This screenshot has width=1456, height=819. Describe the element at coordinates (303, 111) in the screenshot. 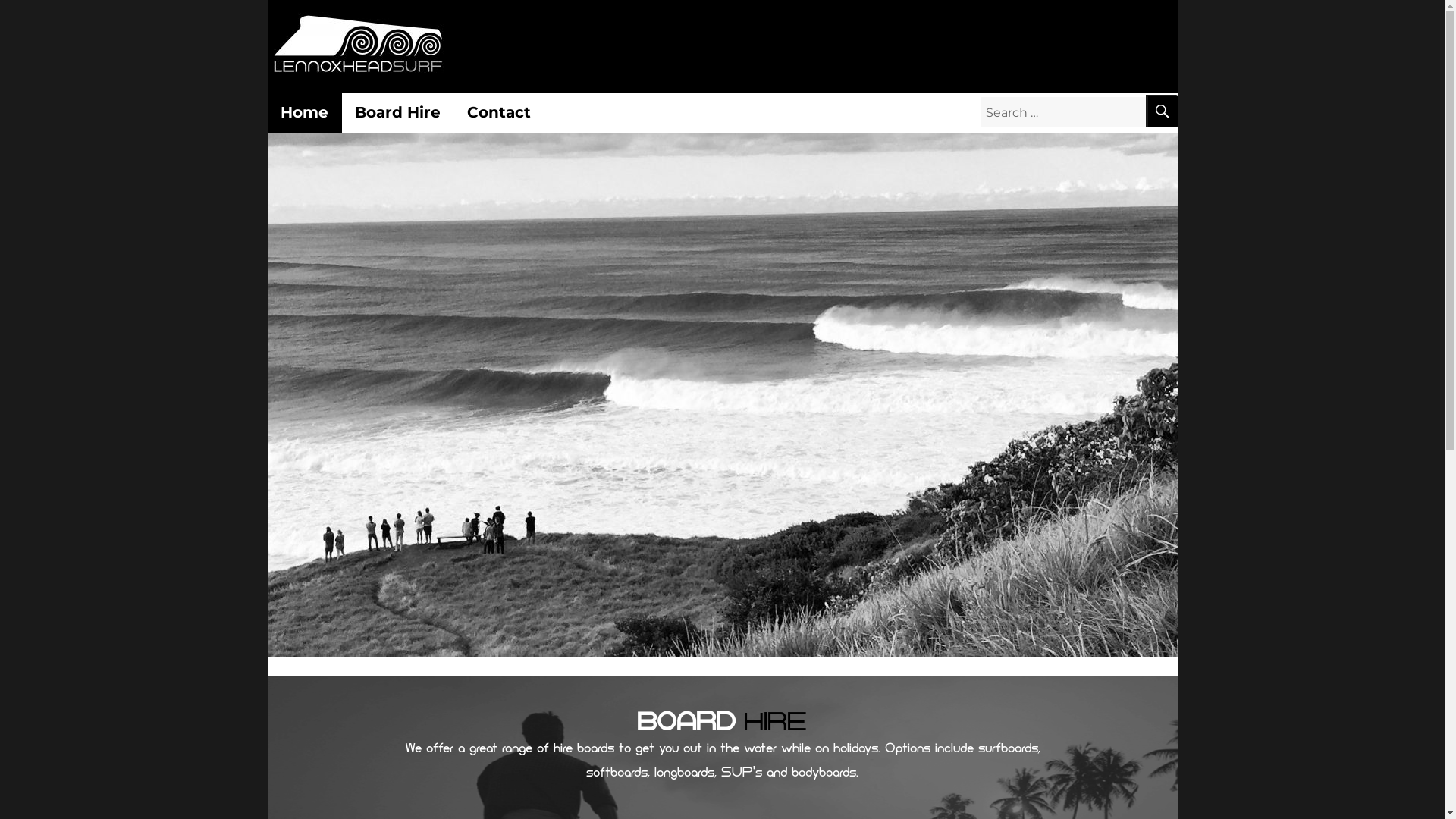

I see `'Home'` at that location.